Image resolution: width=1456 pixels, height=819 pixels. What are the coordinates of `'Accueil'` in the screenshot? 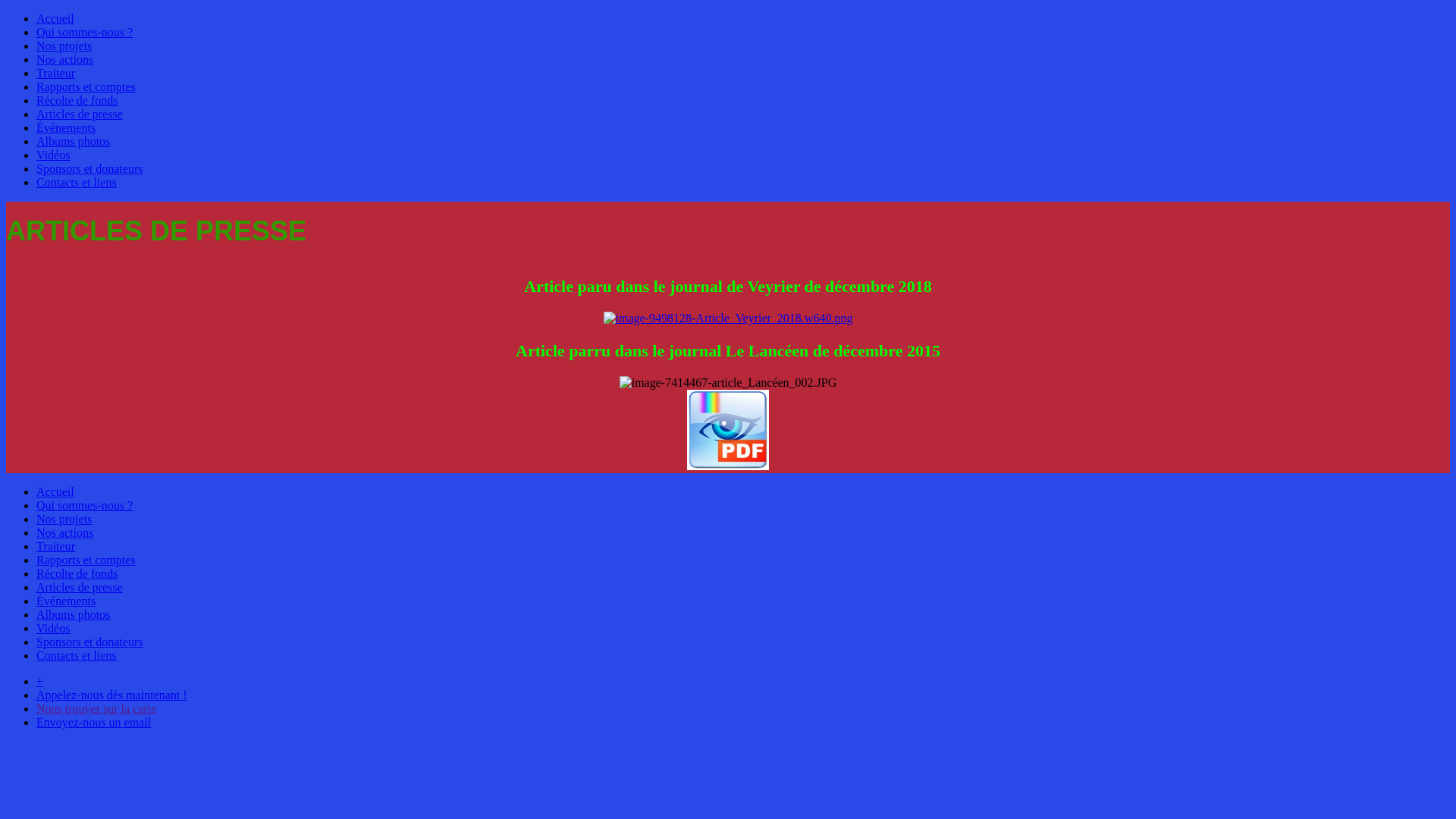 It's located at (55, 491).